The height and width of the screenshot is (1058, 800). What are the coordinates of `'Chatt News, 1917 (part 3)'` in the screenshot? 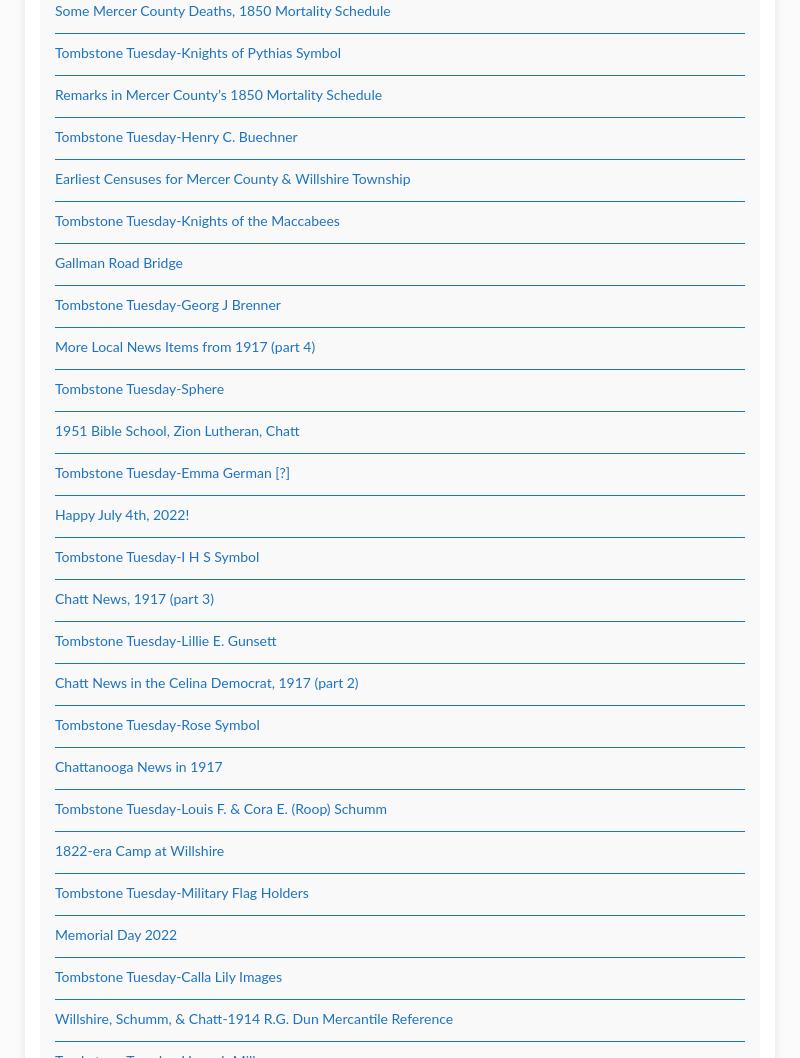 It's located at (134, 599).